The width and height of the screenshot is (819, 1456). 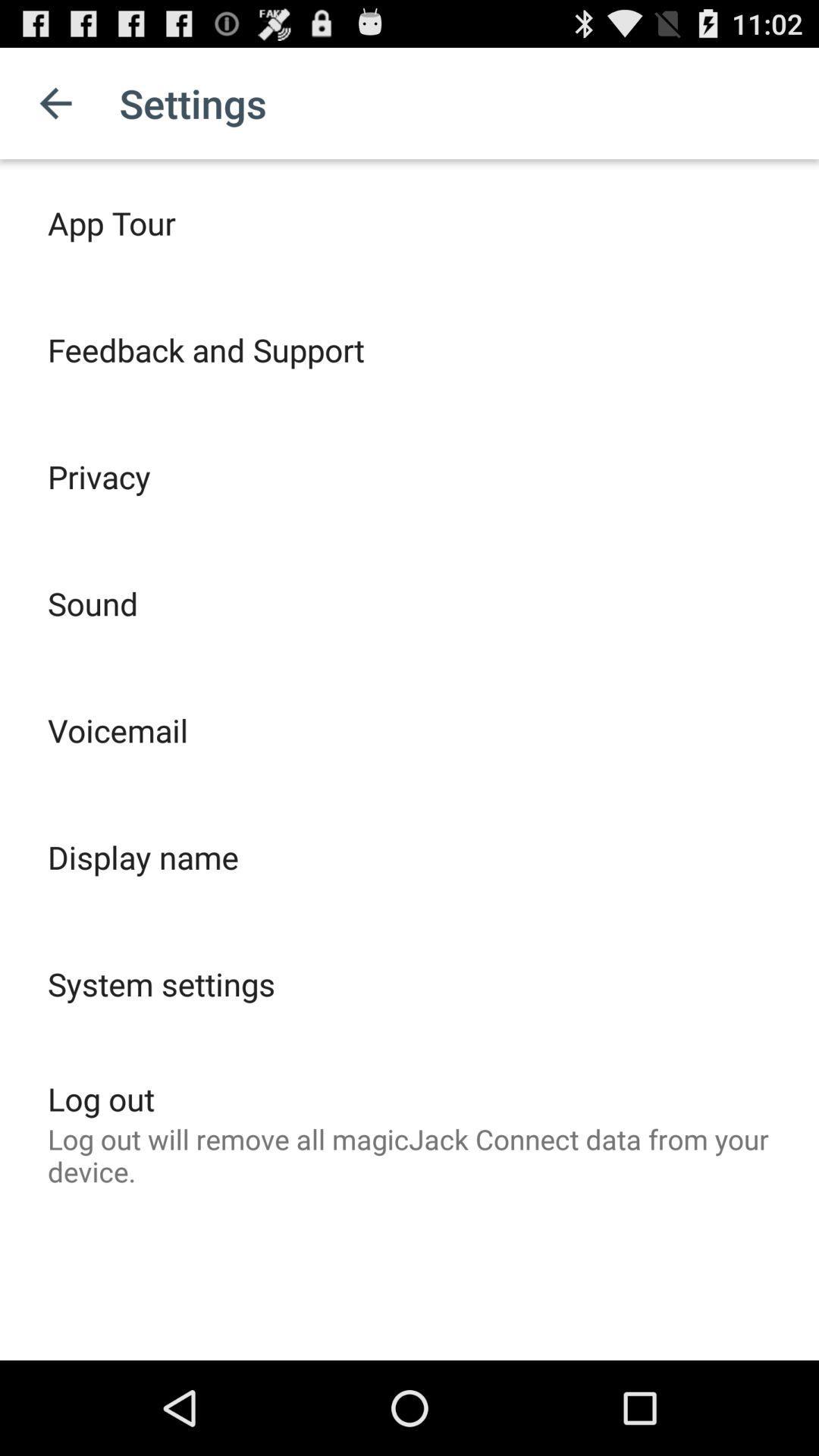 What do you see at coordinates (117, 730) in the screenshot?
I see `the item above the display name` at bounding box center [117, 730].